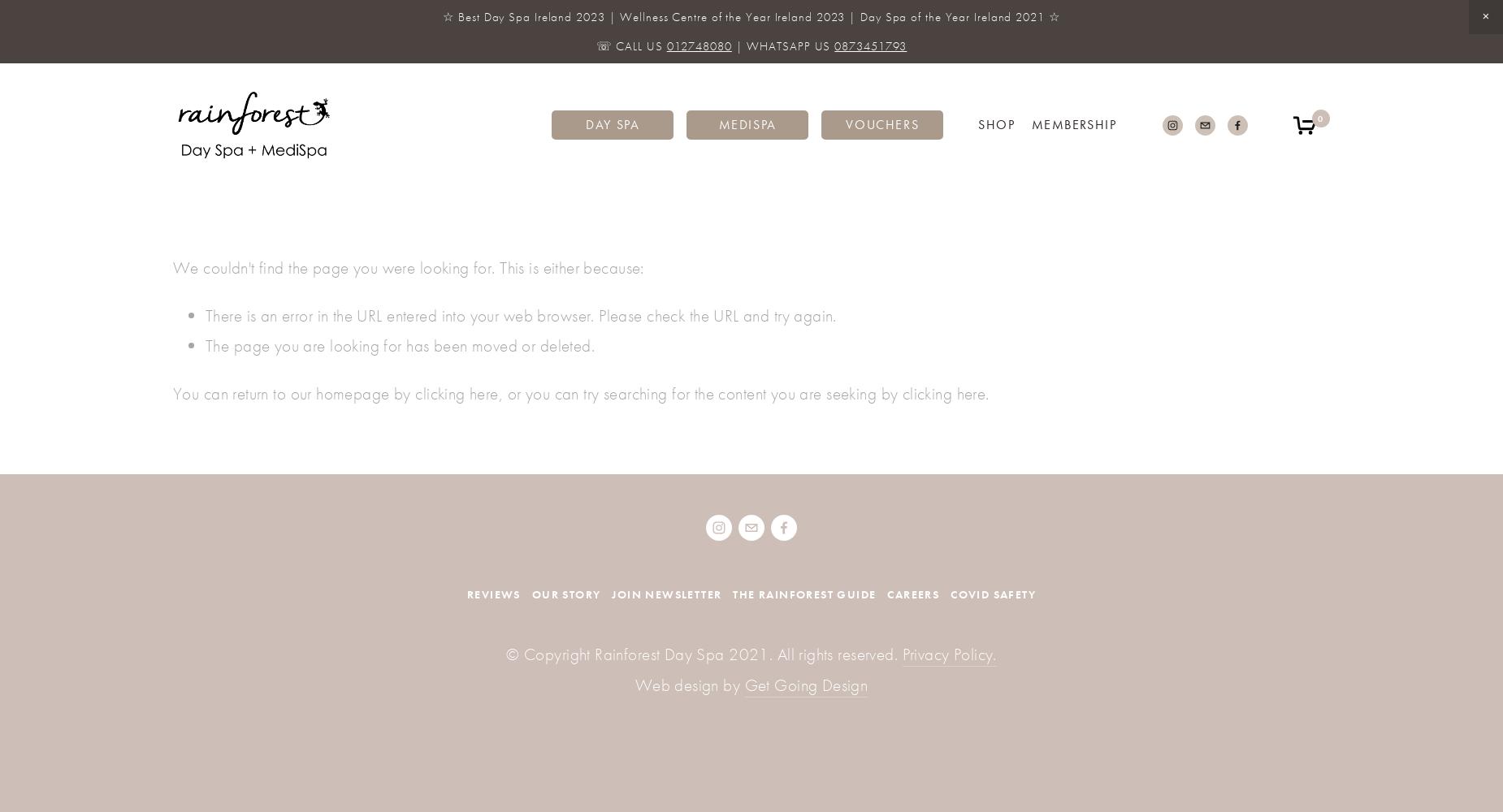 This screenshot has height=812, width=1503. I want to click on 'Get Going Design', so click(804, 683).